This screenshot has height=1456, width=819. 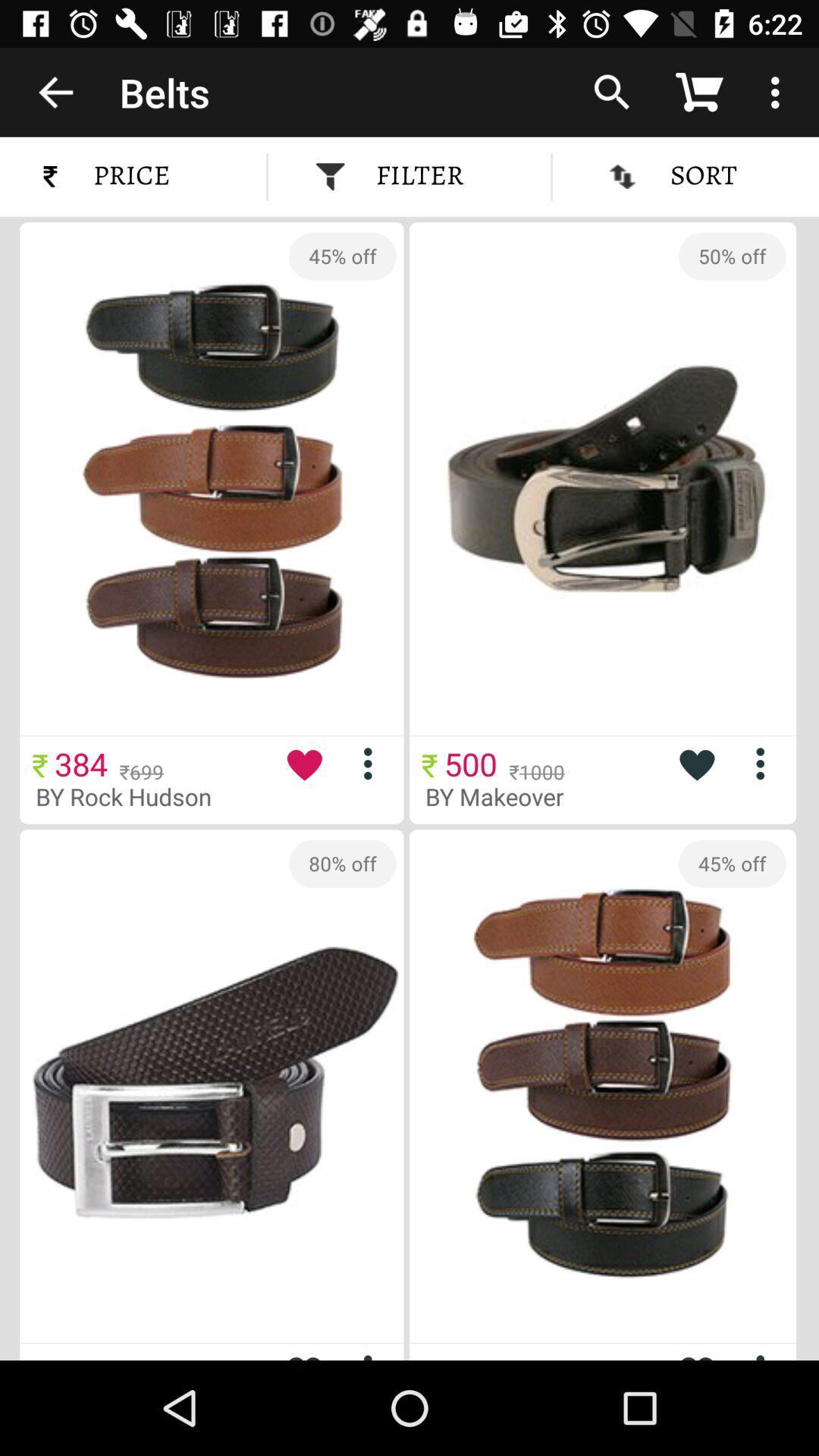 What do you see at coordinates (766, 1354) in the screenshot?
I see `more option` at bounding box center [766, 1354].